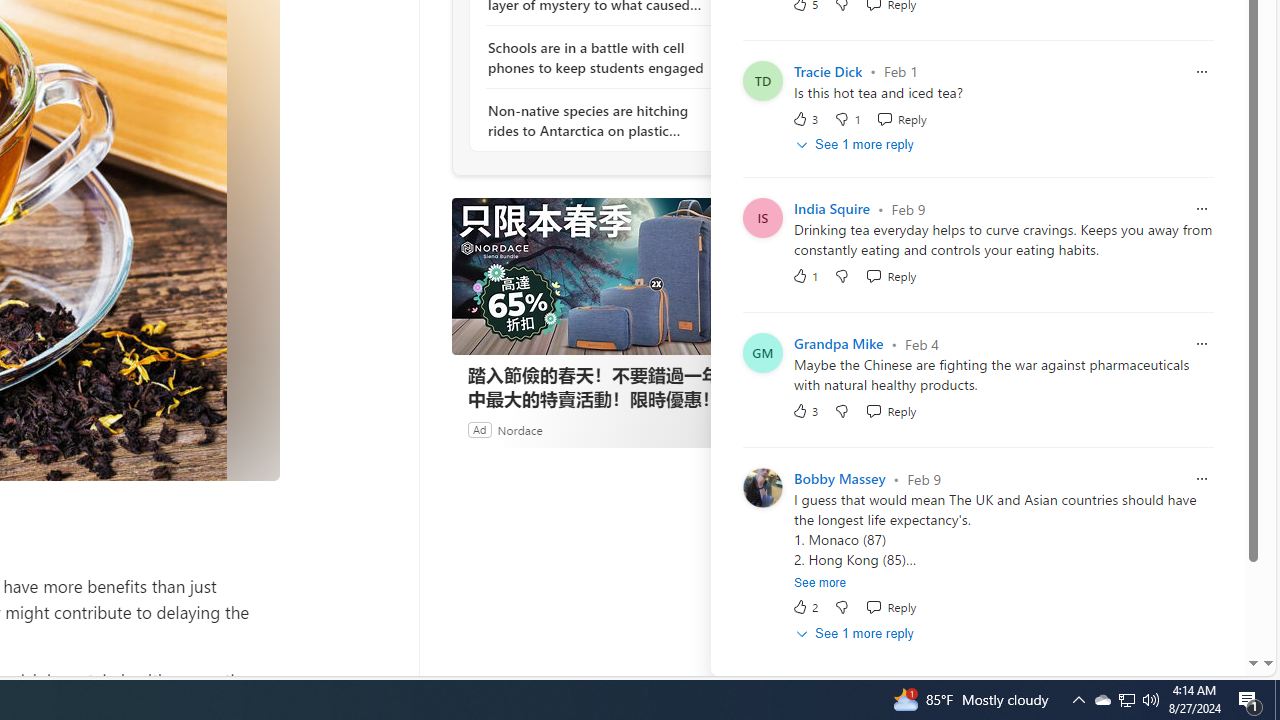 This screenshot has width=1280, height=720. I want to click on 'Report comment', so click(1200, 479).